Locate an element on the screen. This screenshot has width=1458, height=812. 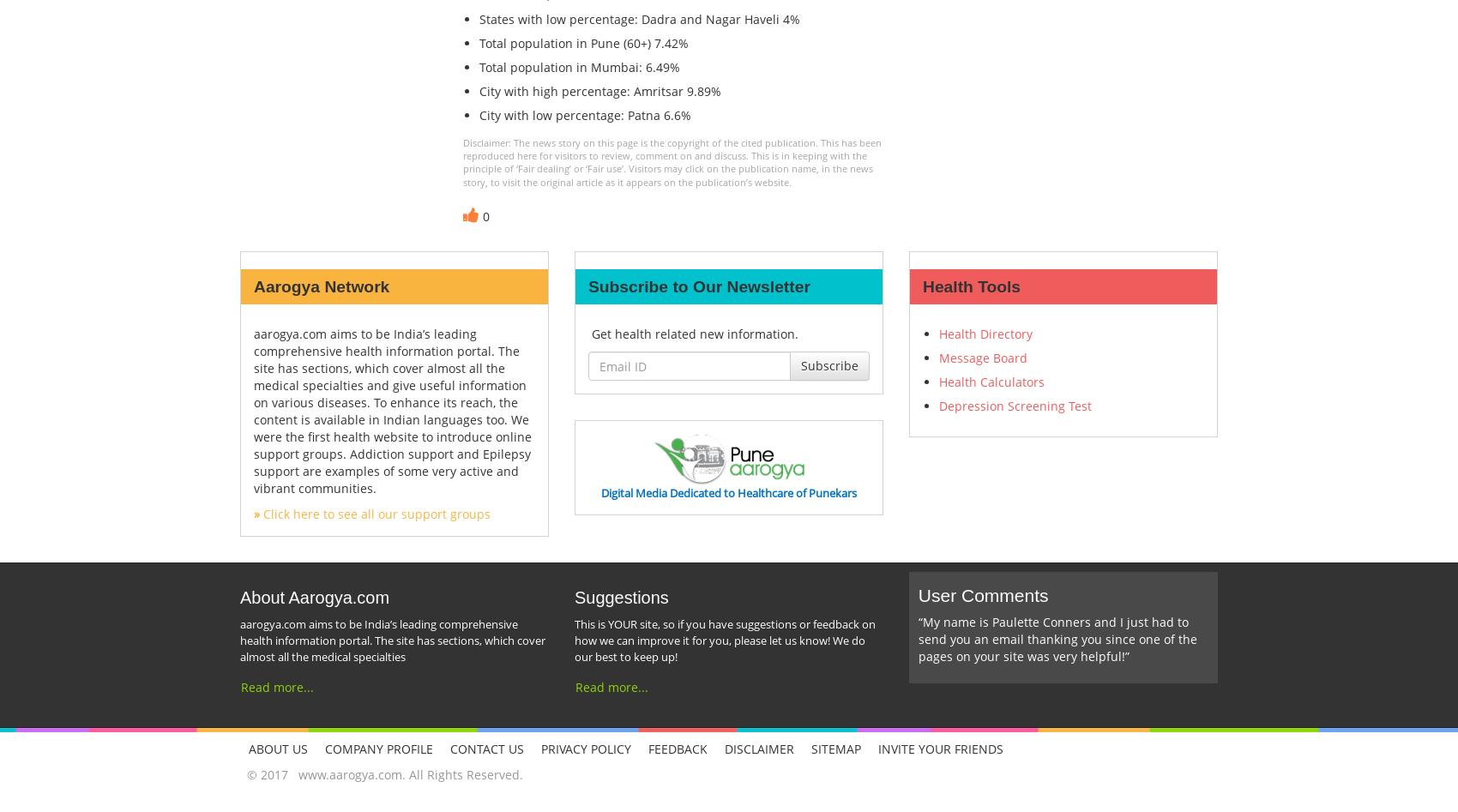
'User Comments' is located at coordinates (982, 593).